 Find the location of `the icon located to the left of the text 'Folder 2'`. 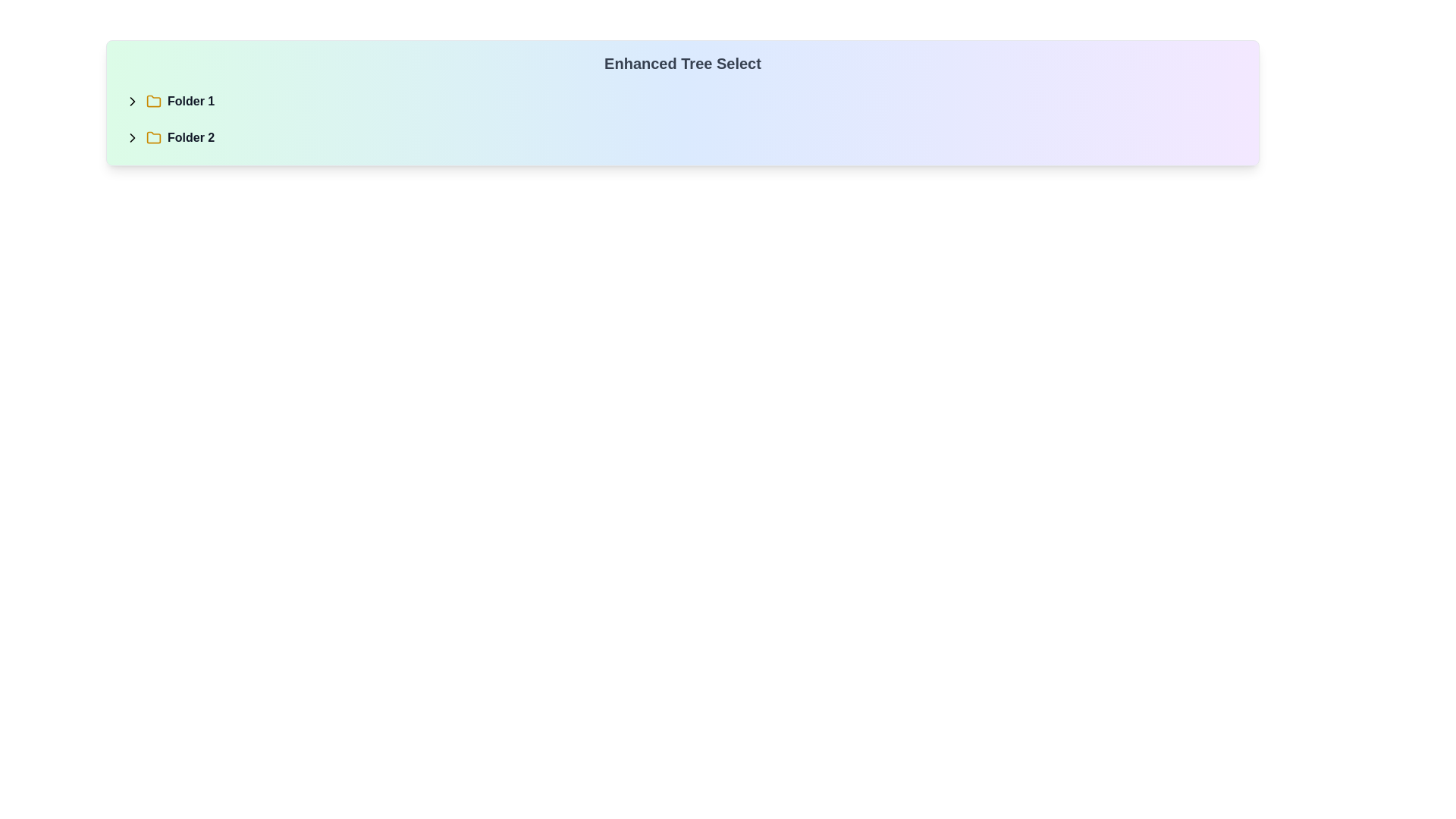

the icon located to the left of the text 'Folder 2' is located at coordinates (132, 137).